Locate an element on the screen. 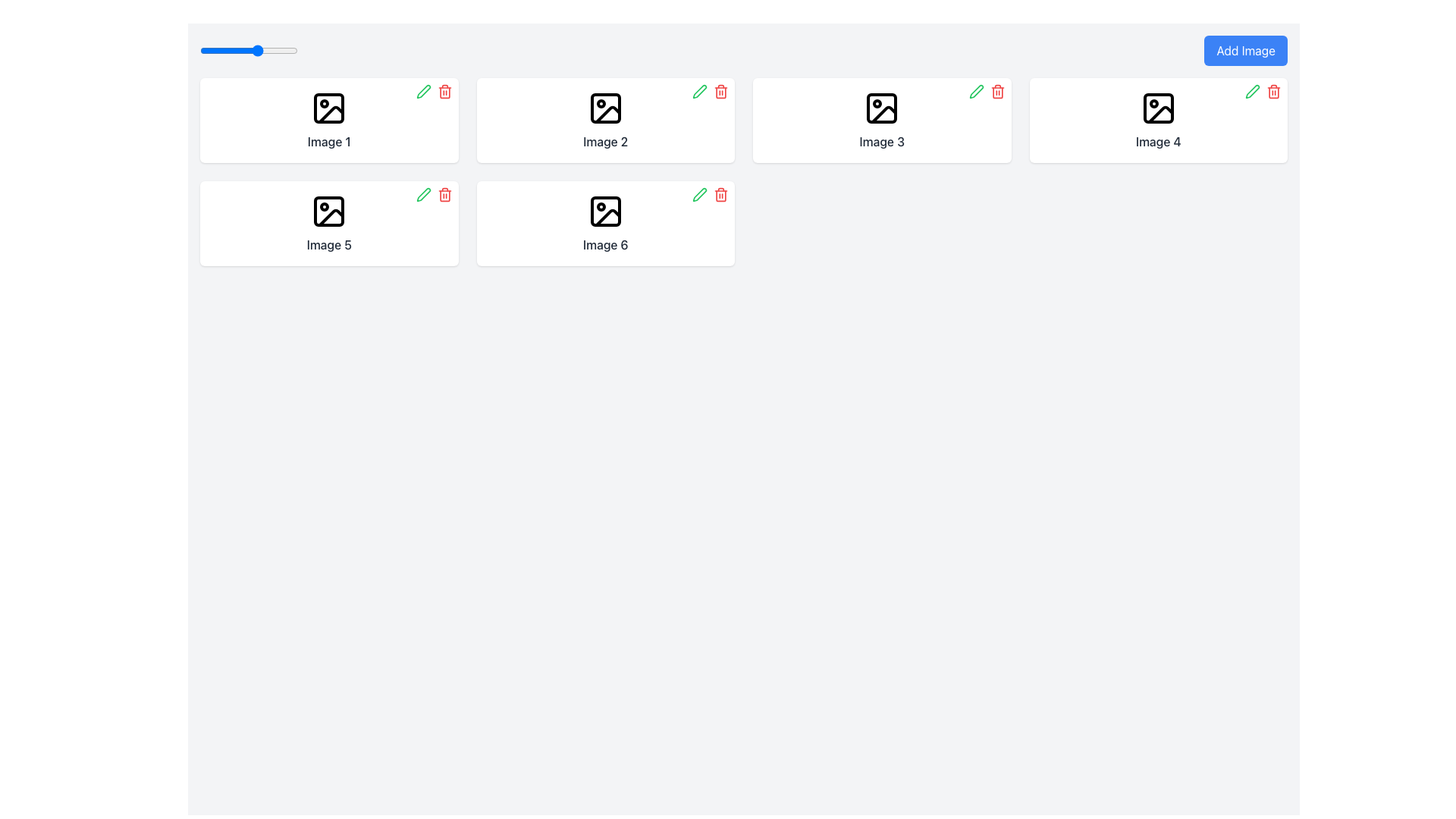  the green pen icon located to the right of the text 'Image 4' is located at coordinates (1252, 90).